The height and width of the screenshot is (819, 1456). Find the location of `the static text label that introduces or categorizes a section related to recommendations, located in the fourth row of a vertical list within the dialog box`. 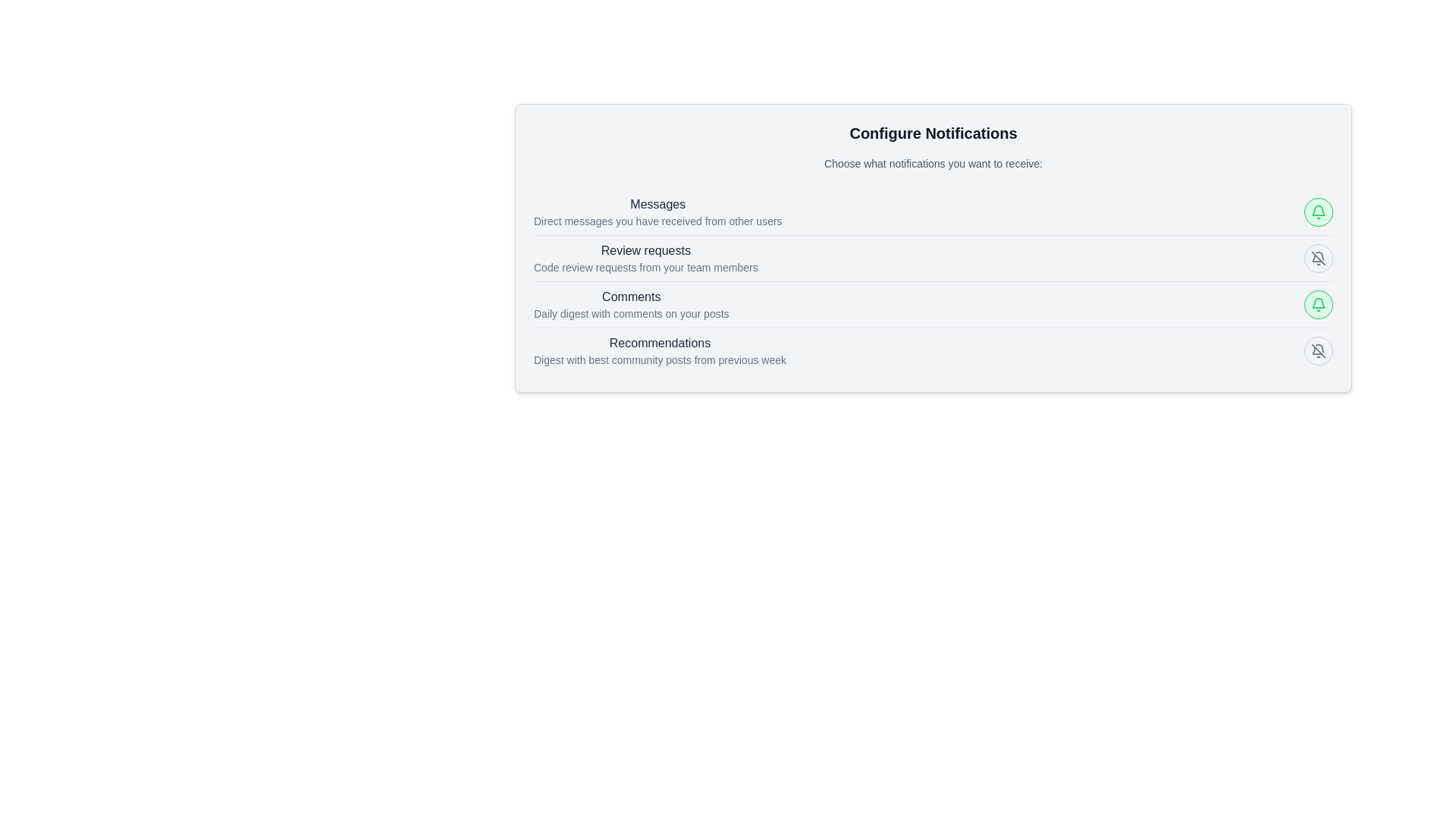

the static text label that introduces or categorizes a section related to recommendations, located in the fourth row of a vertical list within the dialog box is located at coordinates (660, 343).